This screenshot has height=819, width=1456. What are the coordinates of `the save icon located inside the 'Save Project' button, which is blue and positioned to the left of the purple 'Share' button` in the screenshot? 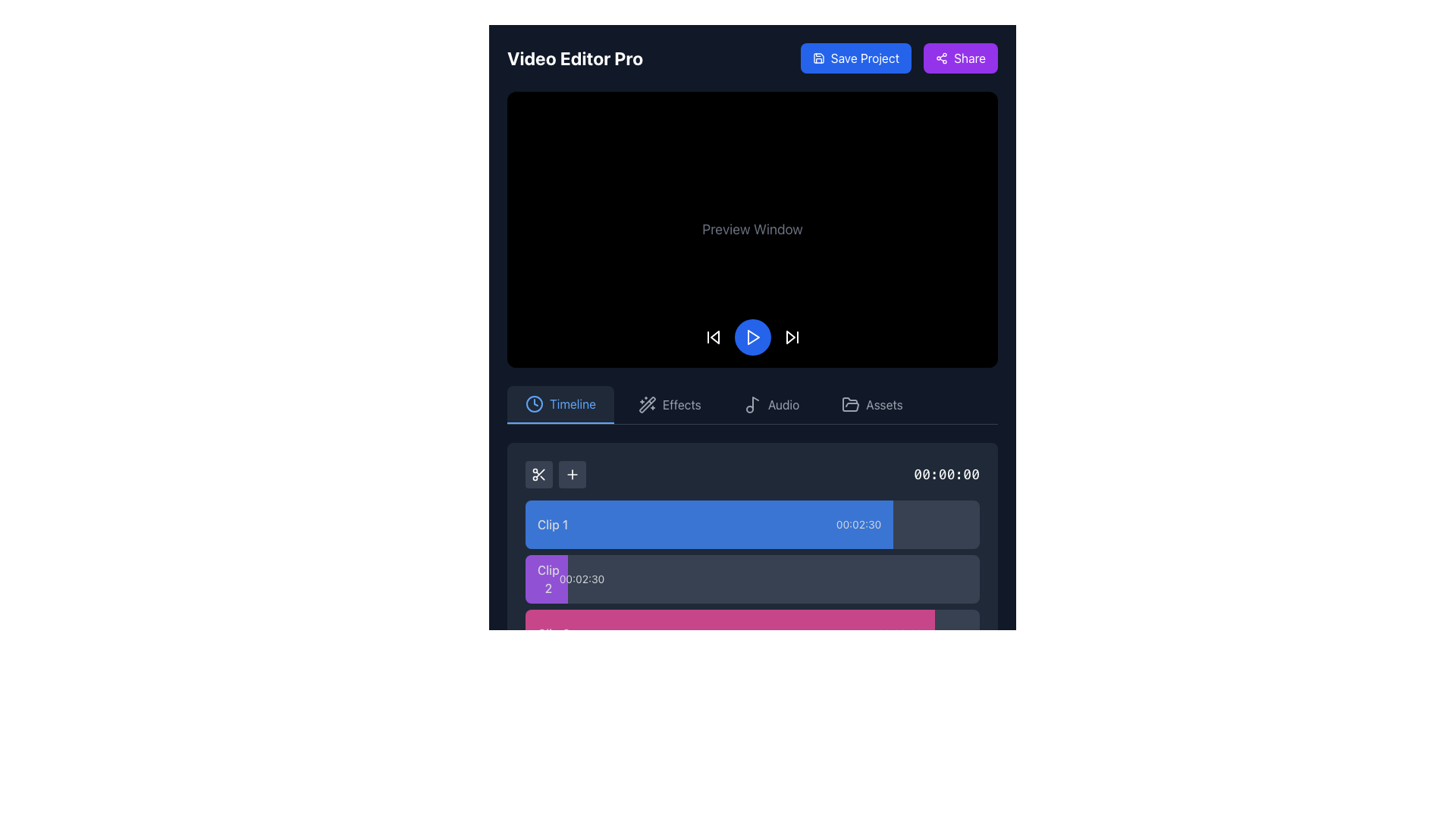 It's located at (817, 58).